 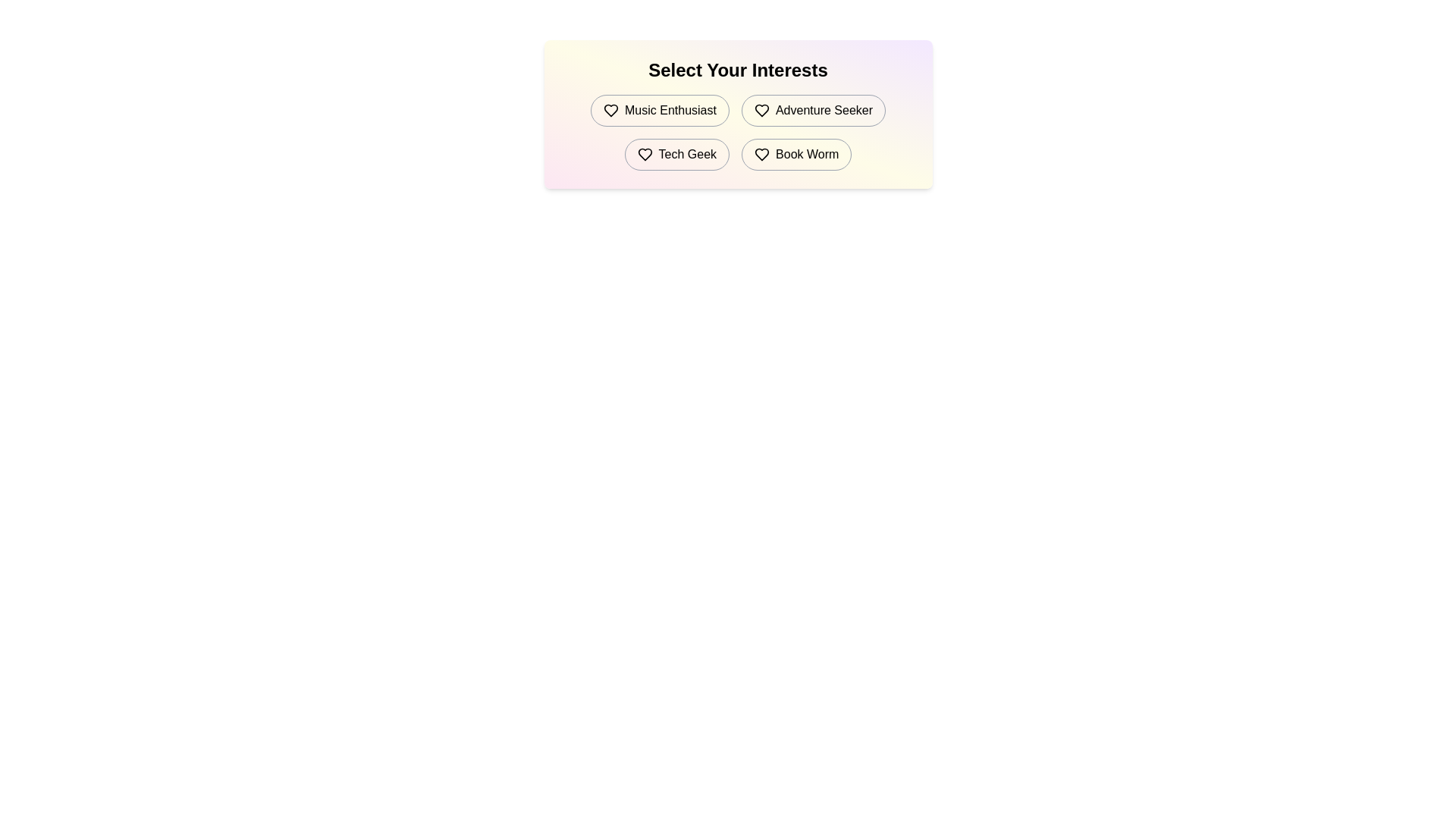 What do you see at coordinates (812, 110) in the screenshot?
I see `the tag button labeled 'Adventure Seeker' to observe its hover effect` at bounding box center [812, 110].